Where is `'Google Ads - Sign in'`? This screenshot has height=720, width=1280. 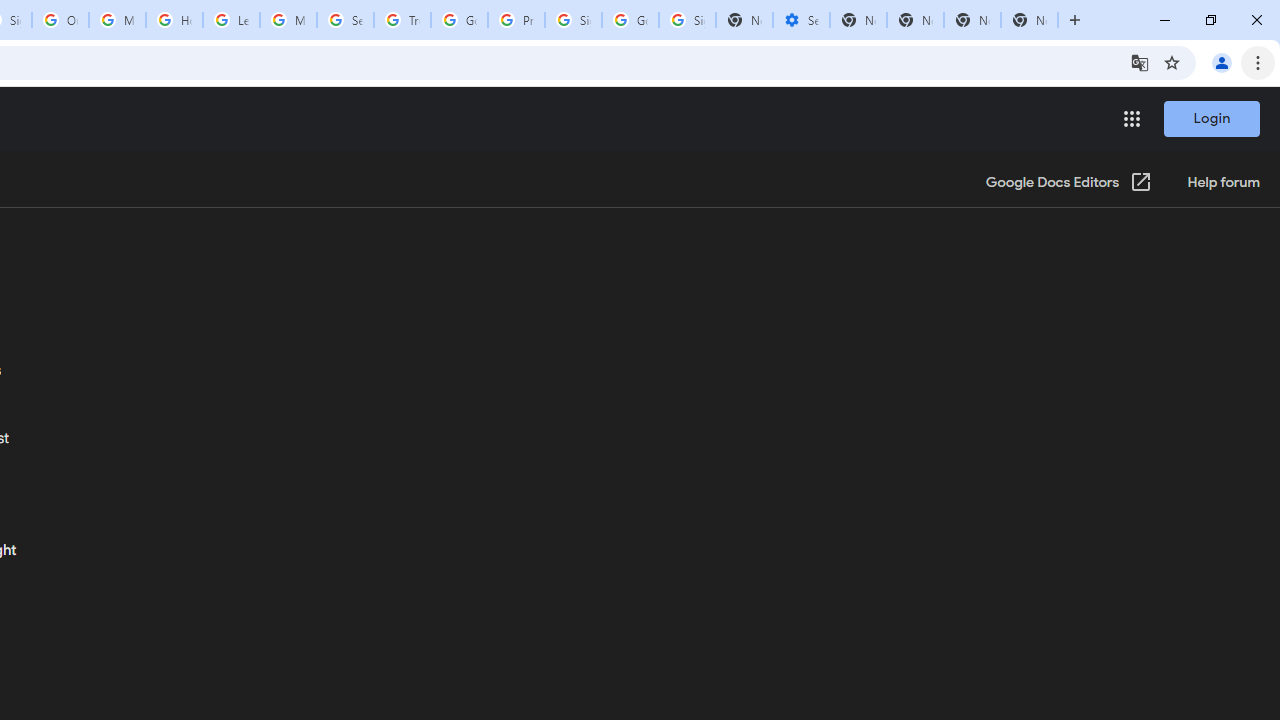 'Google Ads - Sign in' is located at coordinates (458, 20).